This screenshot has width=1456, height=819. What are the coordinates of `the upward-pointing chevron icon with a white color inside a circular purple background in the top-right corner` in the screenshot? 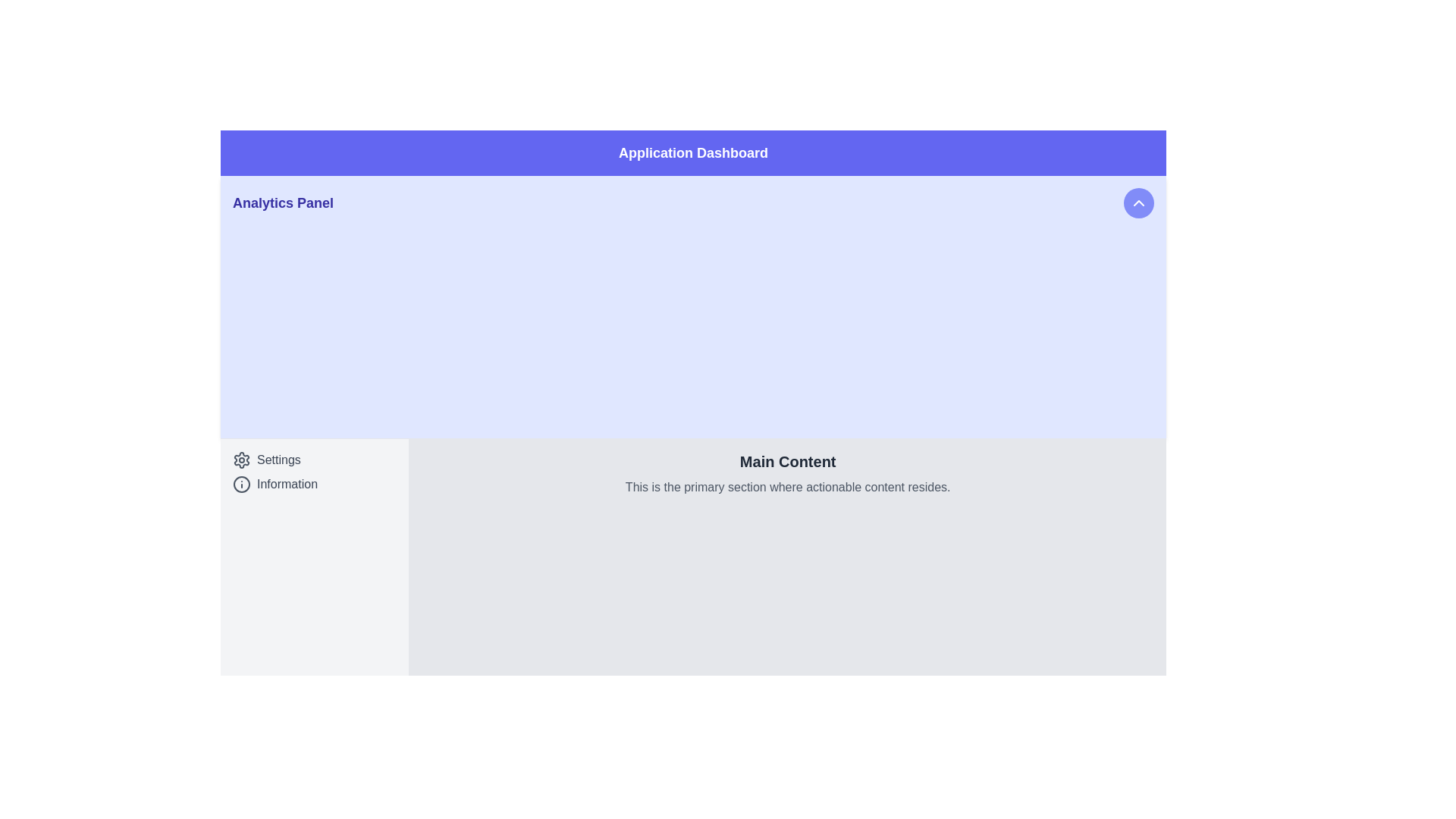 It's located at (1139, 202).